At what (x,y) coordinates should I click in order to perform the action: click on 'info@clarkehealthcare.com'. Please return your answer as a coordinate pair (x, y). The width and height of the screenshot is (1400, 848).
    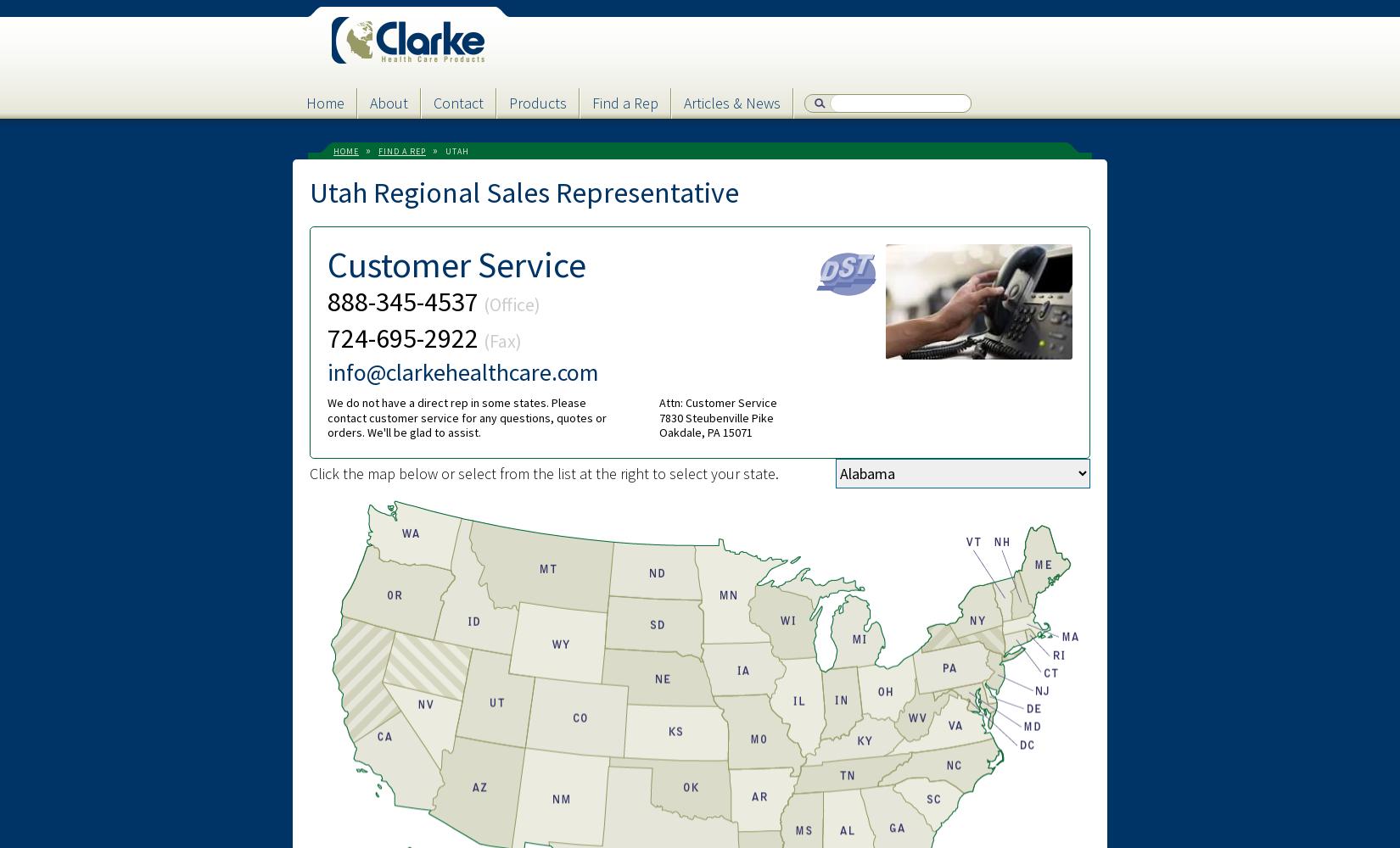
    Looking at the image, I should click on (327, 371).